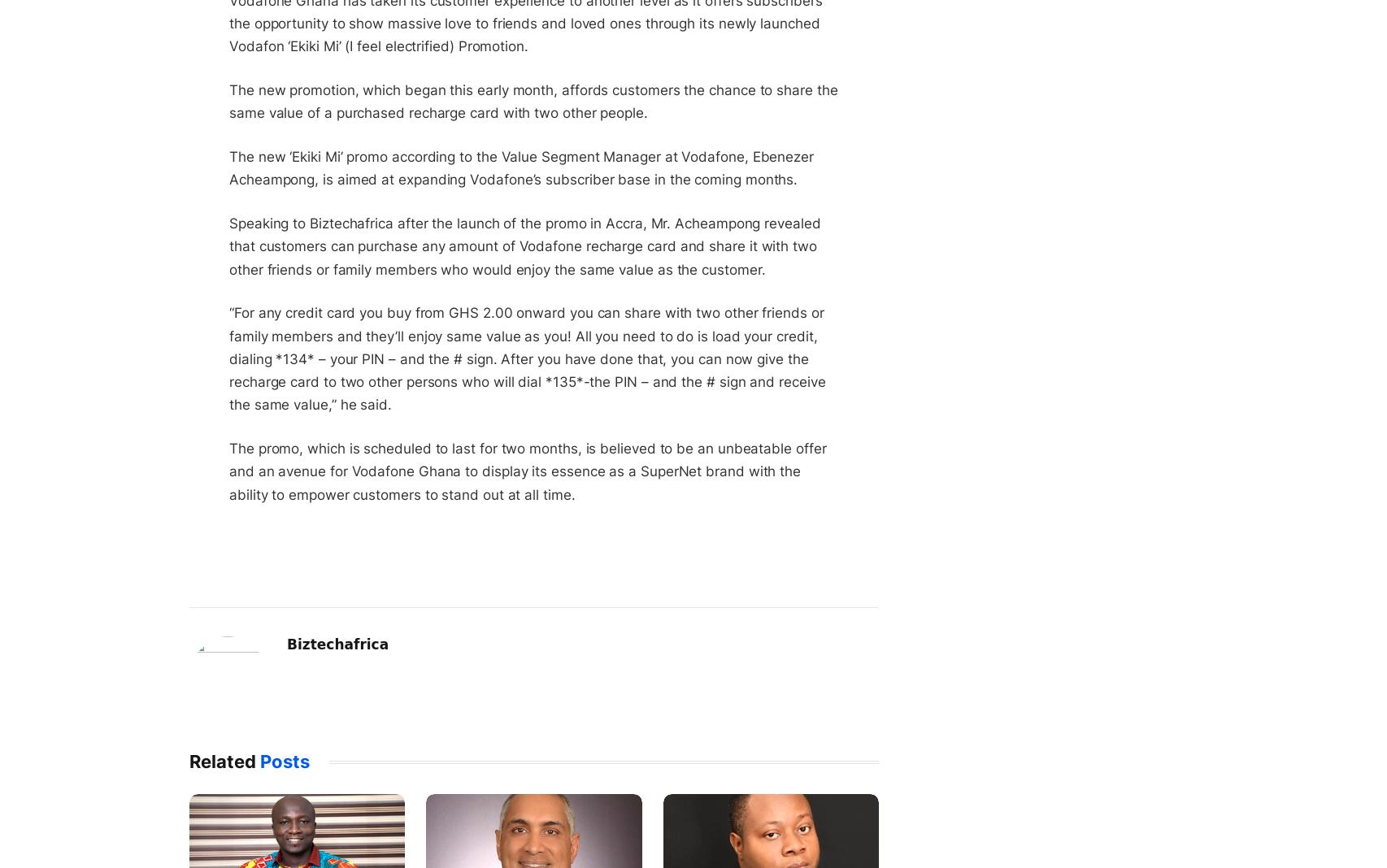 This screenshot has height=868, width=1387. What do you see at coordinates (849, 71) in the screenshot?
I see `'Quantum AI'` at bounding box center [849, 71].